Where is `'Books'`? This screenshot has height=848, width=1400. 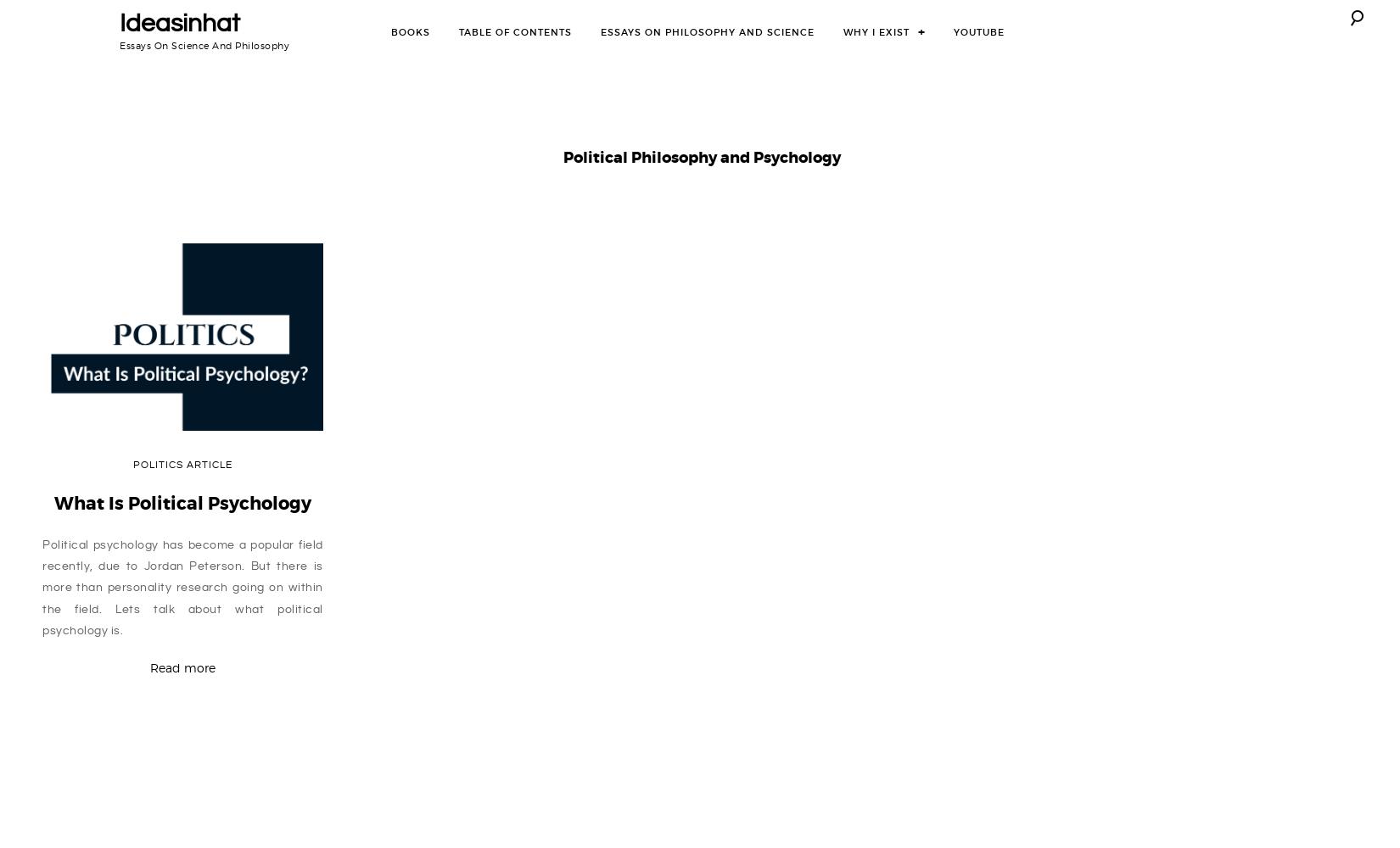
'Books' is located at coordinates (409, 31).